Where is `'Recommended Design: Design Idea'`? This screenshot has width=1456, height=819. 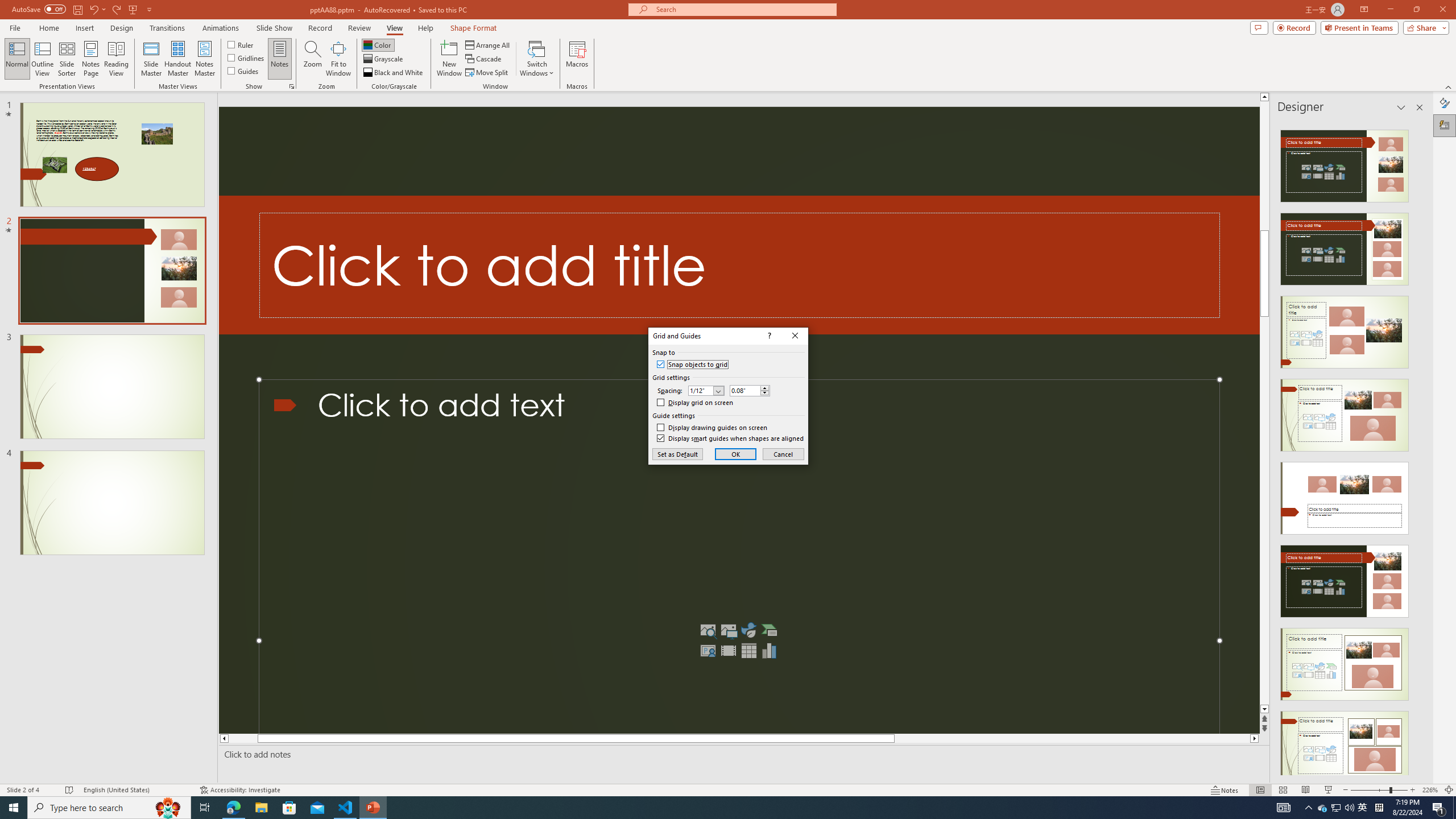 'Recommended Design: Design Idea' is located at coordinates (1345, 162).